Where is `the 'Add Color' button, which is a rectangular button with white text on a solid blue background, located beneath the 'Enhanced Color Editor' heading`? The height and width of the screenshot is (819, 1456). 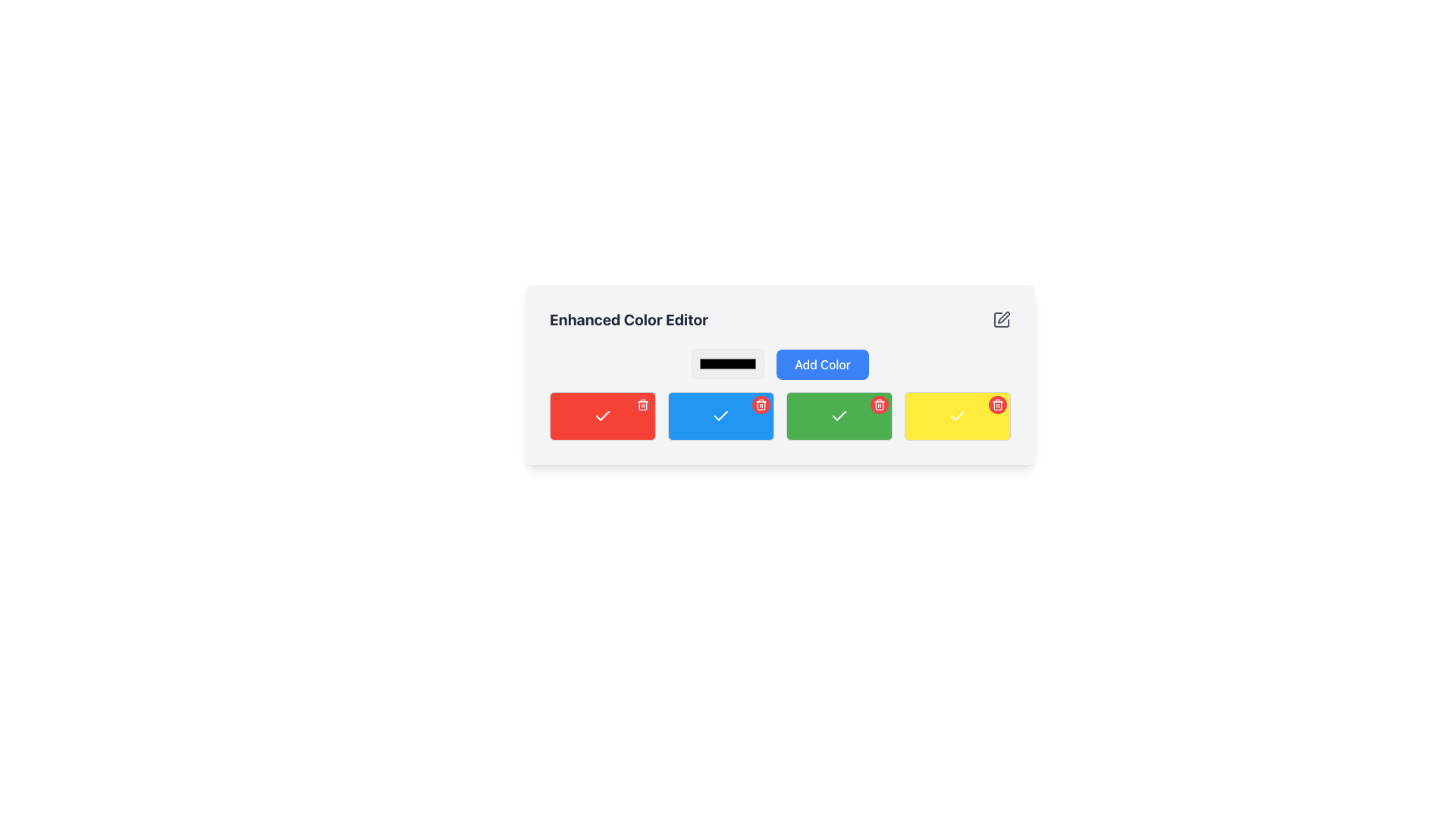
the 'Add Color' button, which is a rectangular button with white text on a solid blue background, located beneath the 'Enhanced Color Editor' heading is located at coordinates (821, 365).